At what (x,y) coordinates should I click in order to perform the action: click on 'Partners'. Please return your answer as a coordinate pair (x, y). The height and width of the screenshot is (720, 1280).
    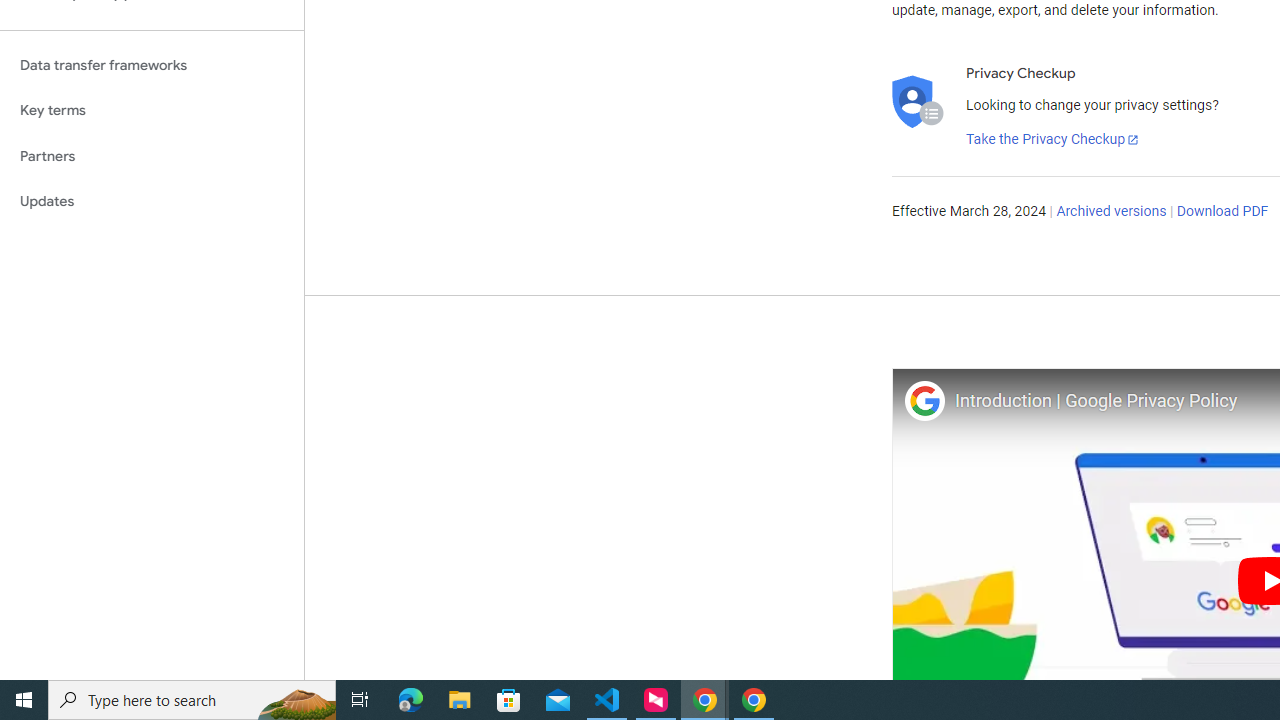
    Looking at the image, I should click on (151, 155).